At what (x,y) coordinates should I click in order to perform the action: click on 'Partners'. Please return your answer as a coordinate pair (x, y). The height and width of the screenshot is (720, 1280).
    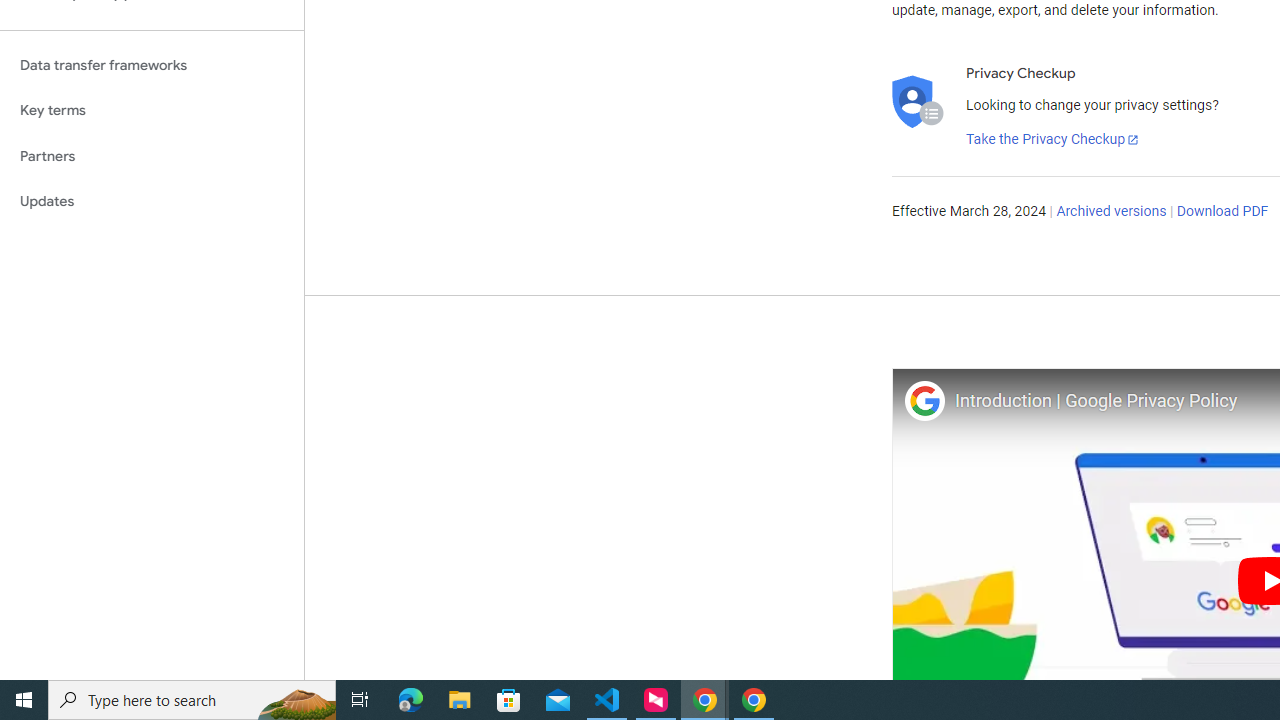
    Looking at the image, I should click on (151, 155).